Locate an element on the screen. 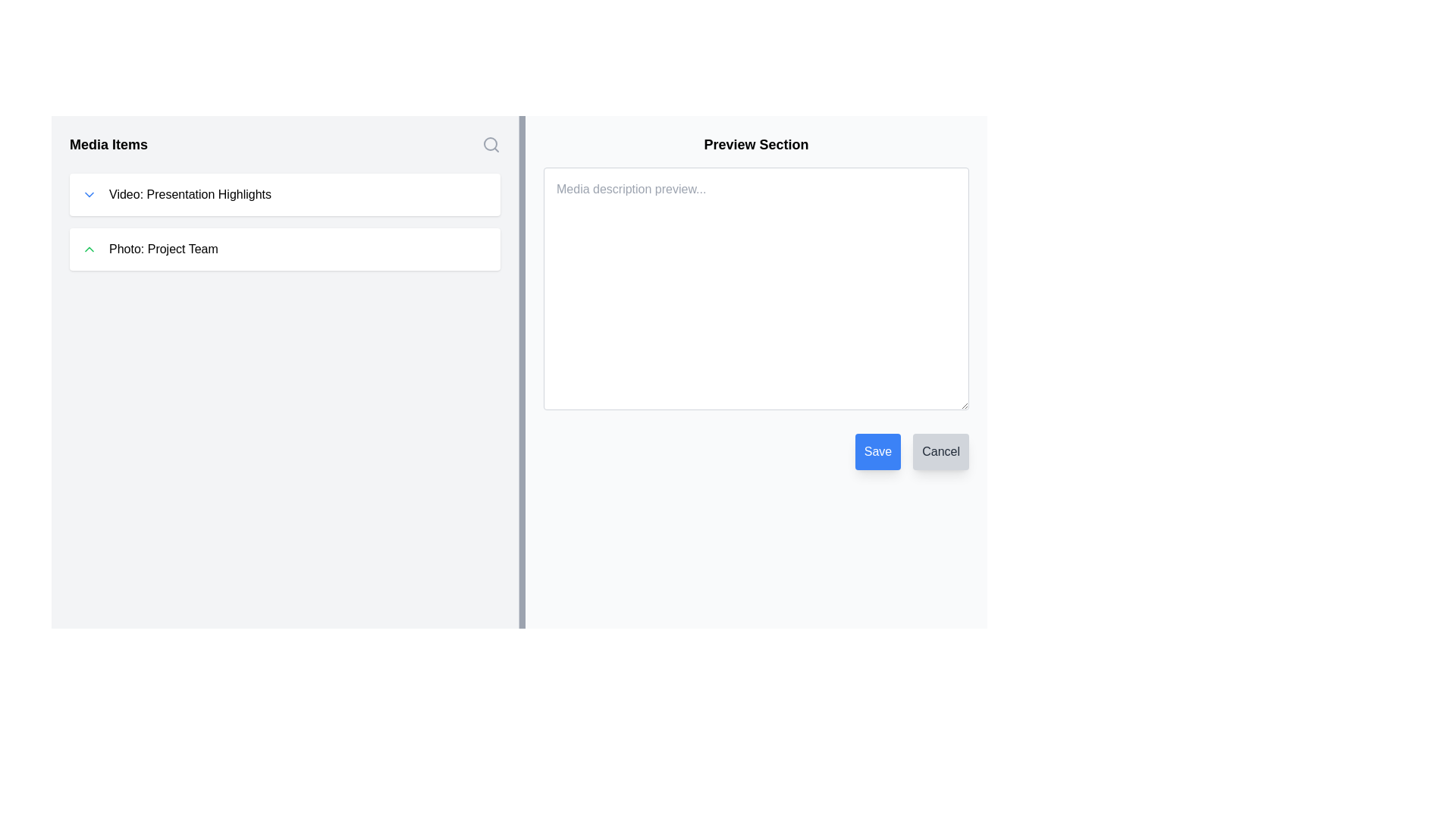 The image size is (1456, 819). the small green upward-facing arrow icon (chevron-up) located in the middle-left side of the 'Photo: Project Team' section is located at coordinates (89, 248).